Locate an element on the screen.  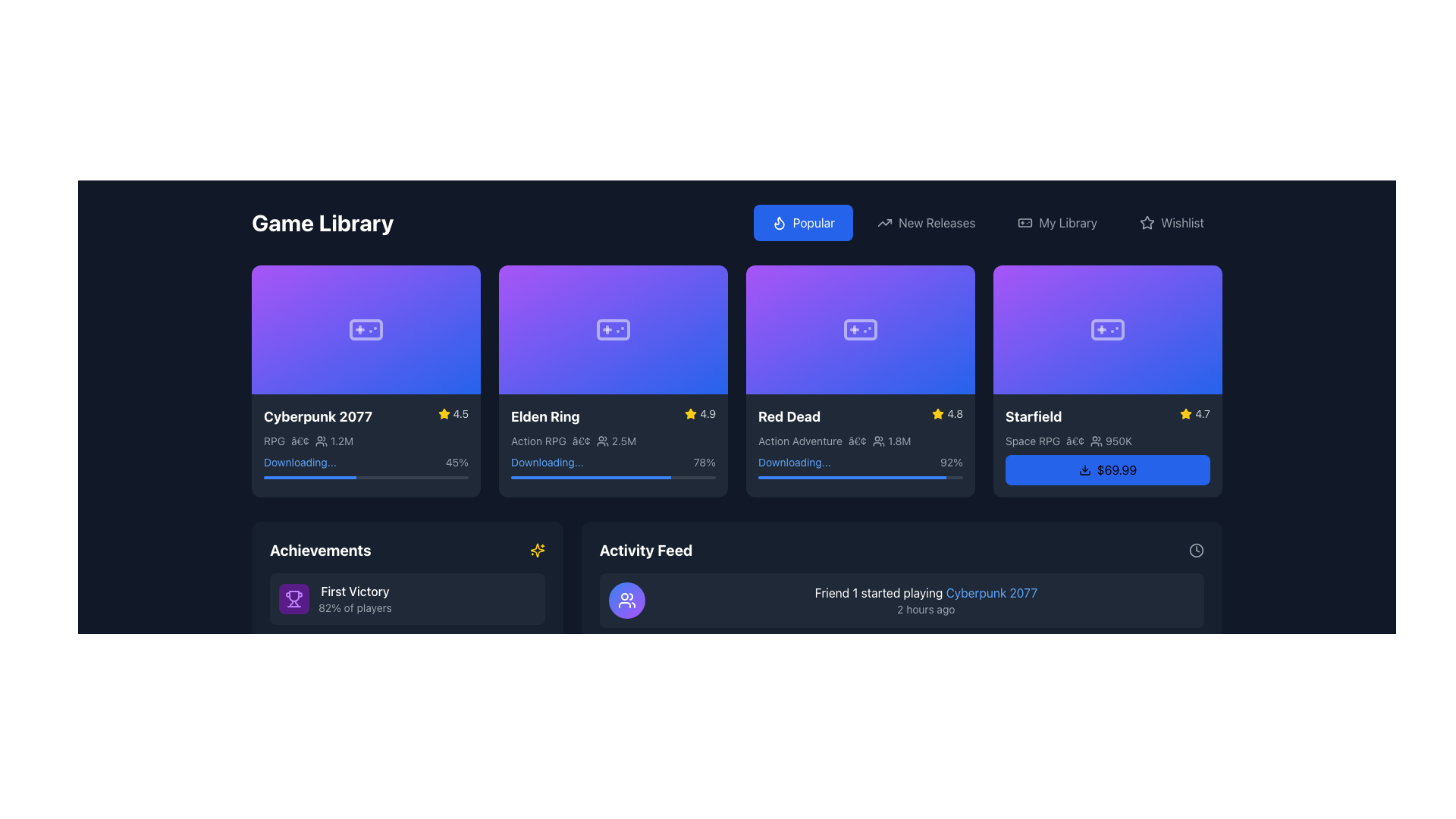
the 'Wishlist' button located at the top-right corner of the navigation bar is located at coordinates (1171, 222).